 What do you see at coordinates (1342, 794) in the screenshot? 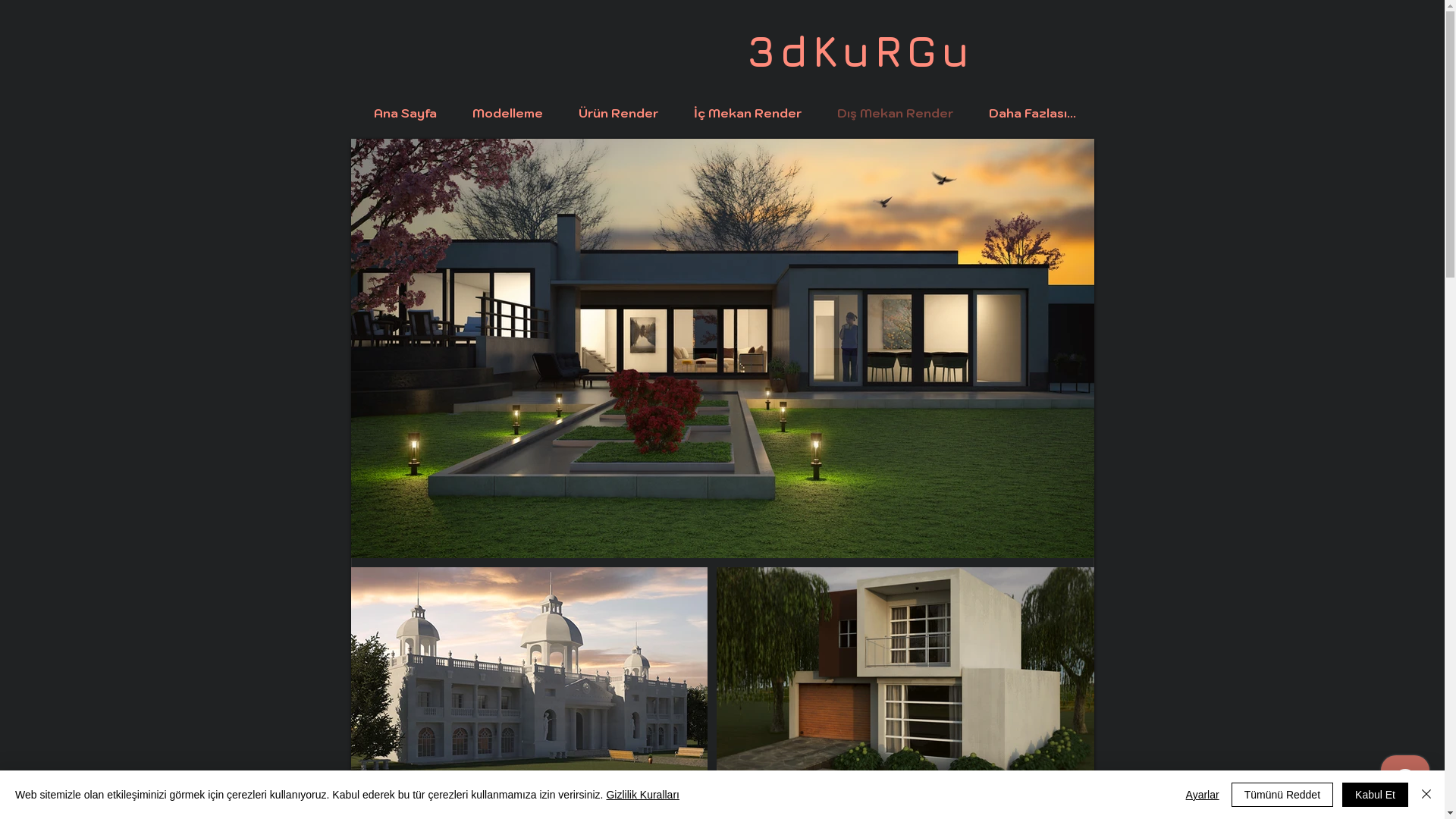
I see `'Kabul Et'` at bounding box center [1342, 794].